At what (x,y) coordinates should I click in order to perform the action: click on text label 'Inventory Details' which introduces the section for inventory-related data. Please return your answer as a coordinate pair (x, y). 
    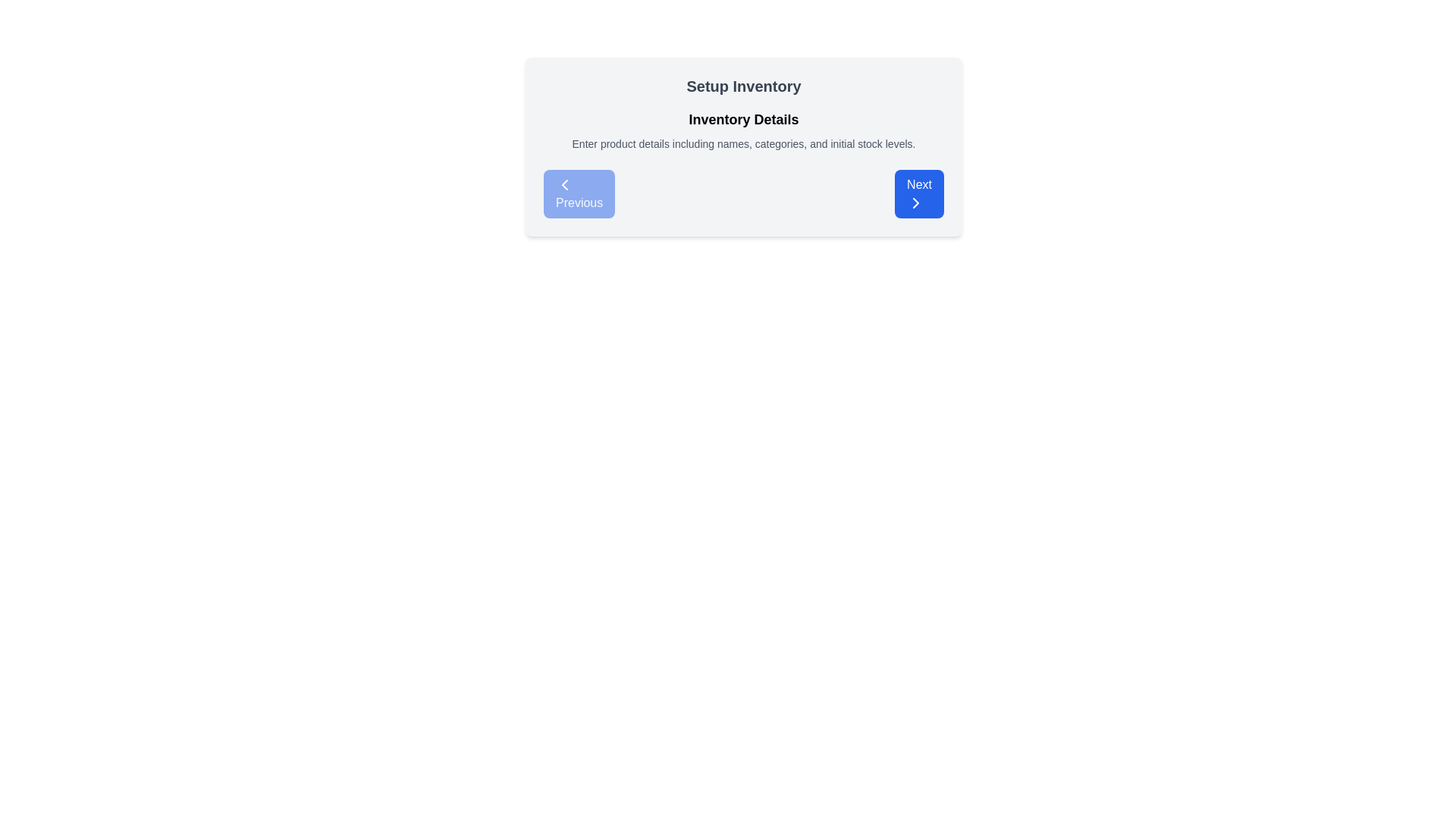
    Looking at the image, I should click on (743, 119).